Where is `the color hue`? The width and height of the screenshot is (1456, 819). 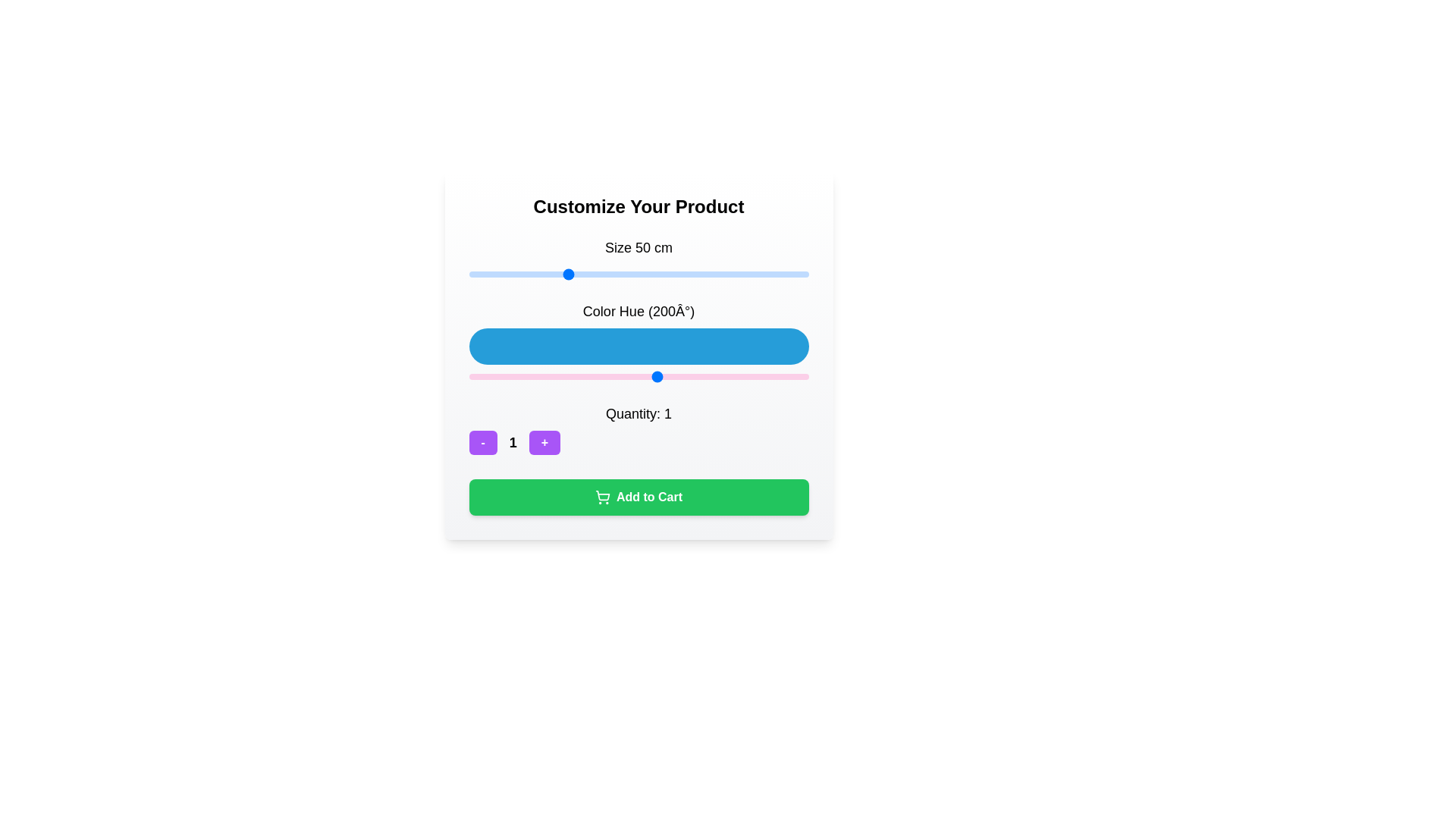
the color hue is located at coordinates (549, 376).